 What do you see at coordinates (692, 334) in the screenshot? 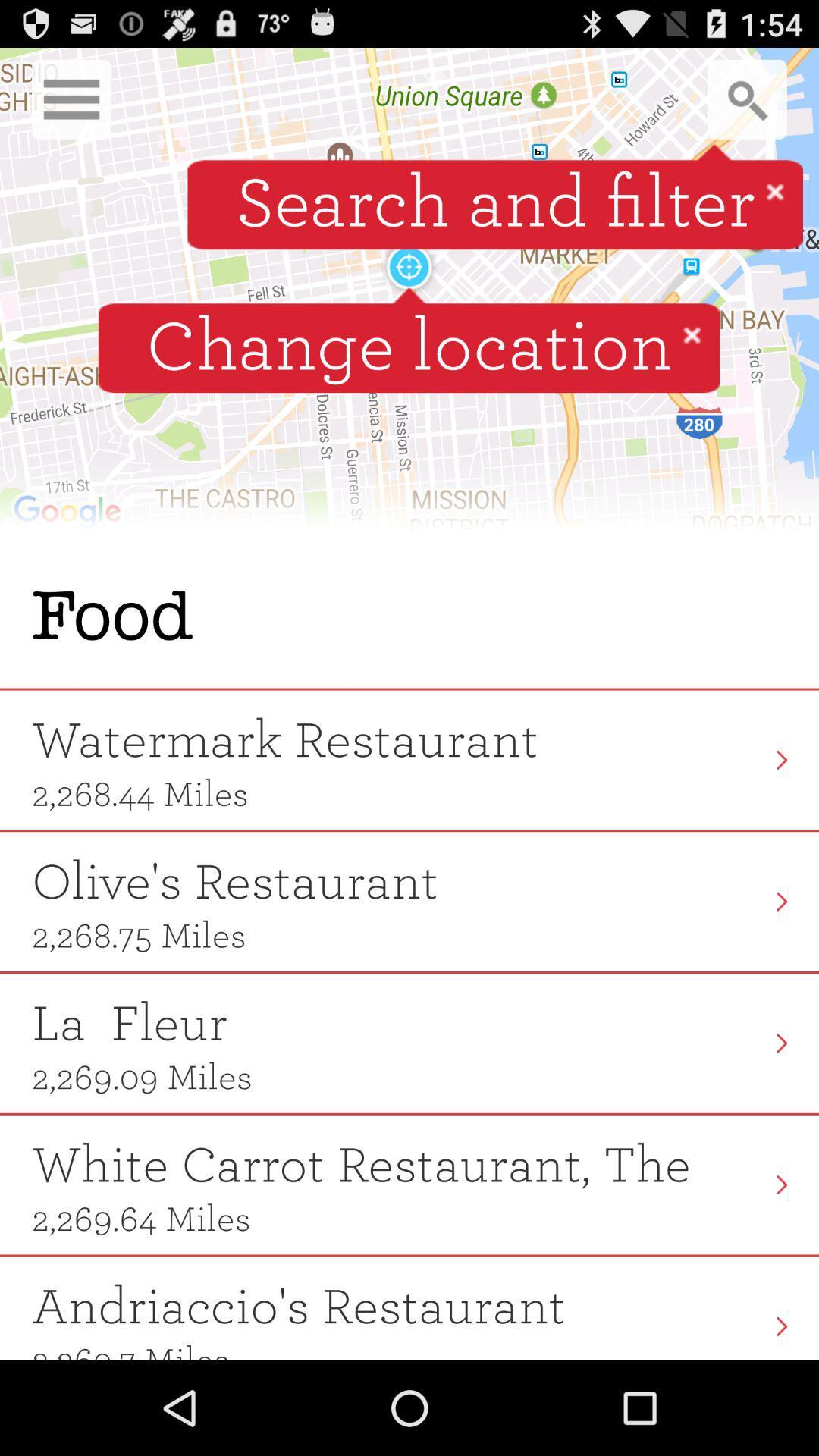
I see `icon` at bounding box center [692, 334].